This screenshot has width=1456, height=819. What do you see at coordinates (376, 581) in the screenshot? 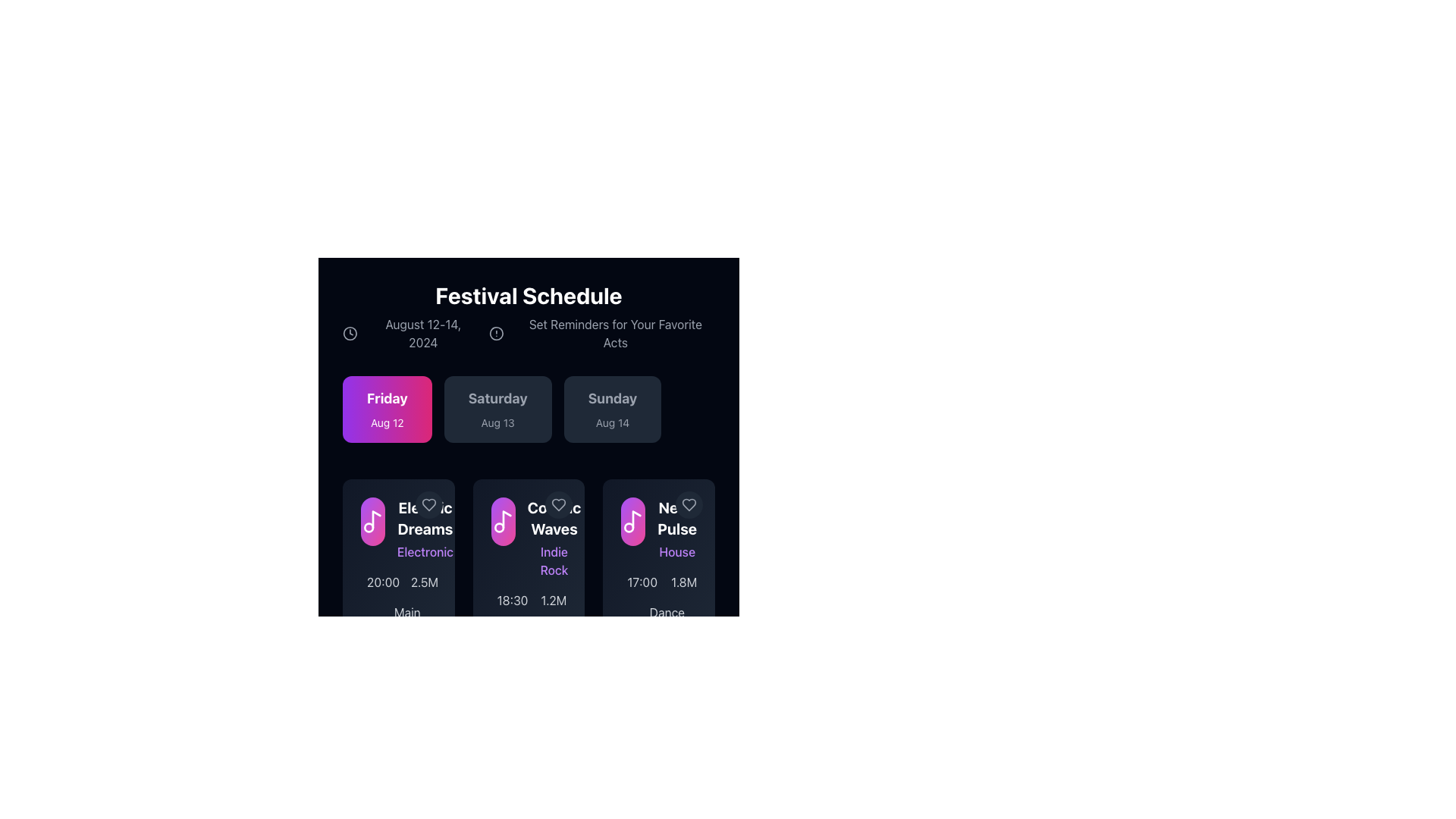
I see `time information displayed as '20:00' in light gray color, located next to the clock icon in the leftmost card of the grid layout` at bounding box center [376, 581].